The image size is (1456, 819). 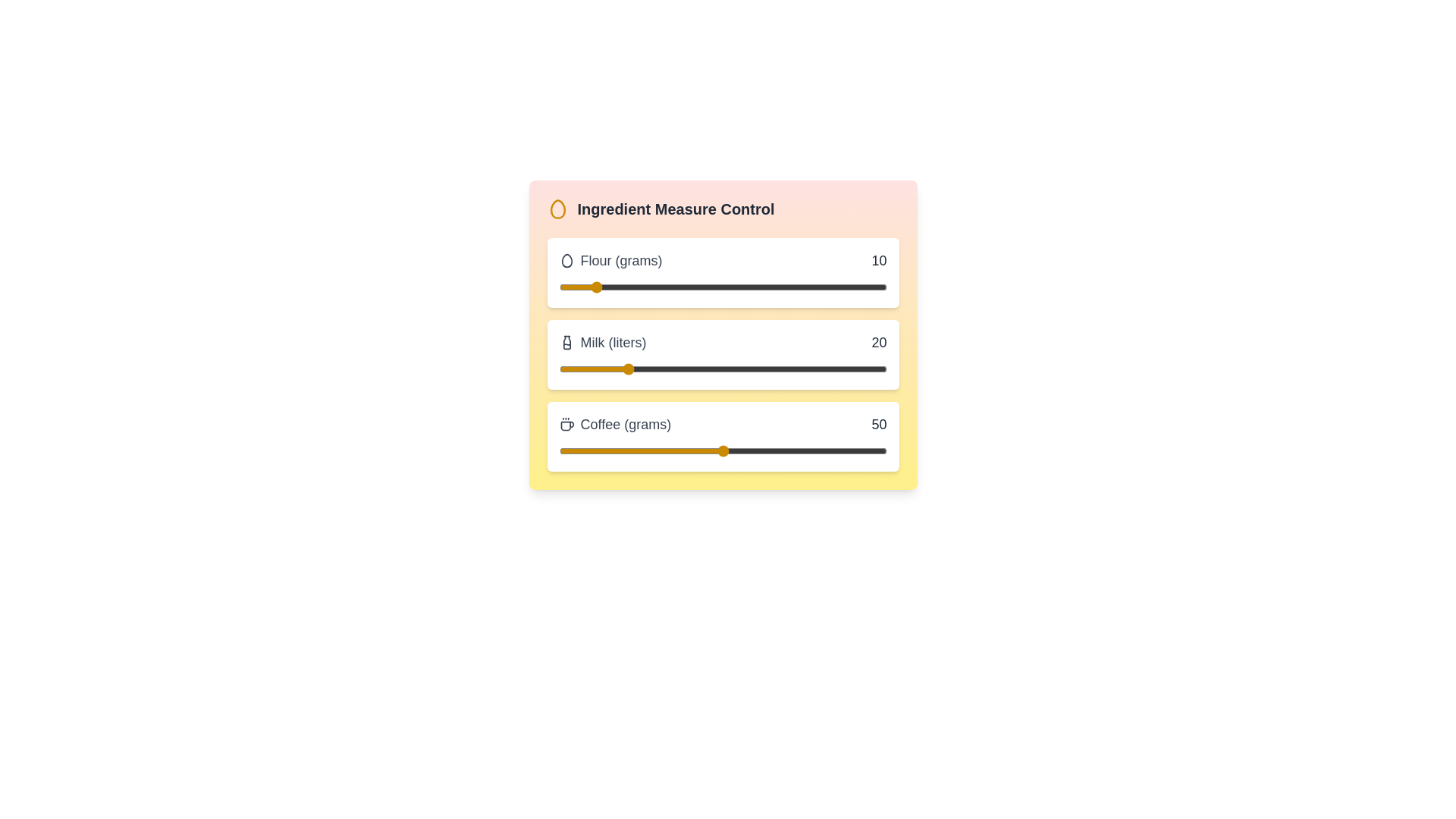 What do you see at coordinates (857, 287) in the screenshot?
I see `flour amount` at bounding box center [857, 287].